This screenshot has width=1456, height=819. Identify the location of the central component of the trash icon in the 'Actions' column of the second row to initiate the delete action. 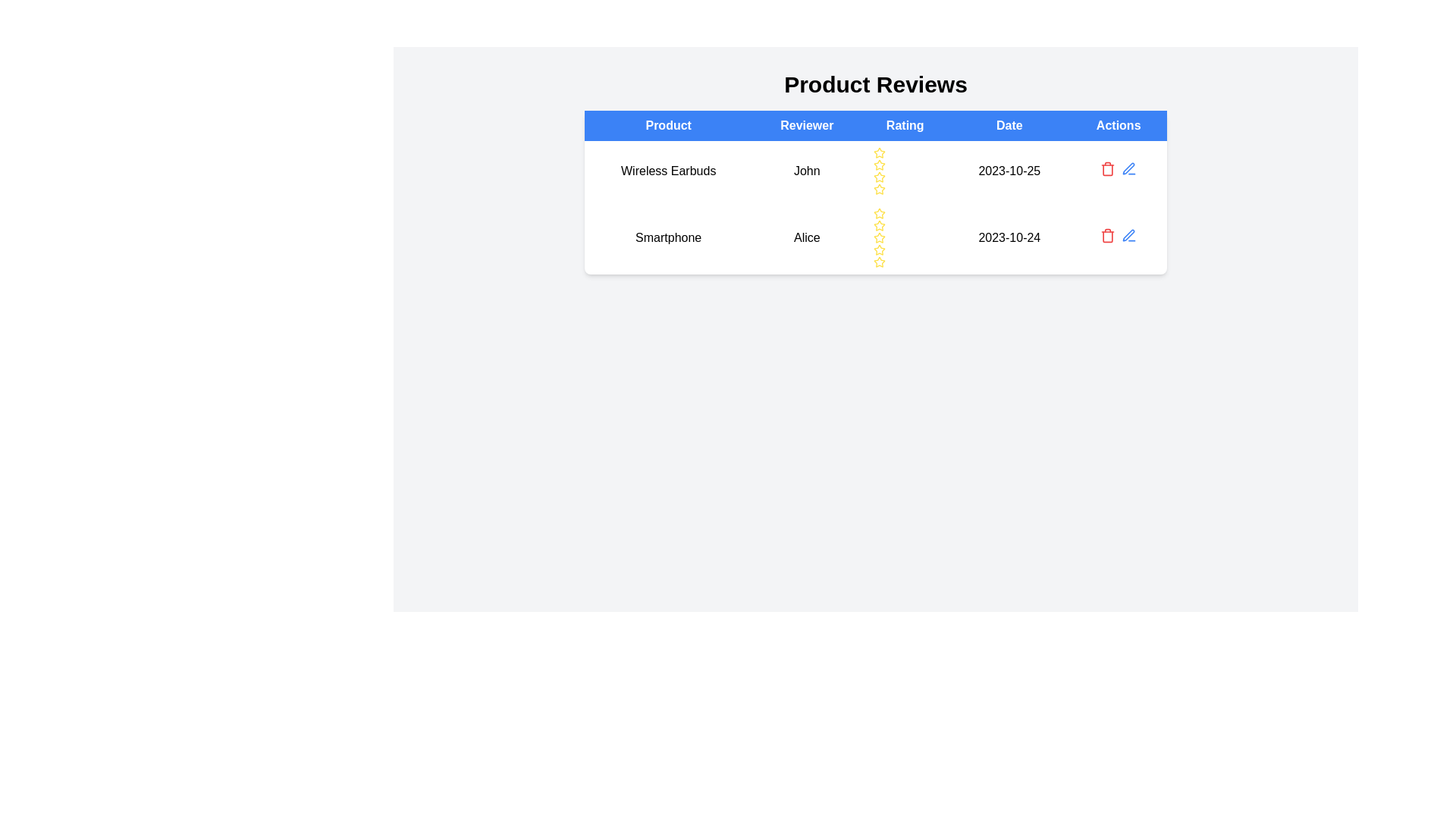
(1108, 237).